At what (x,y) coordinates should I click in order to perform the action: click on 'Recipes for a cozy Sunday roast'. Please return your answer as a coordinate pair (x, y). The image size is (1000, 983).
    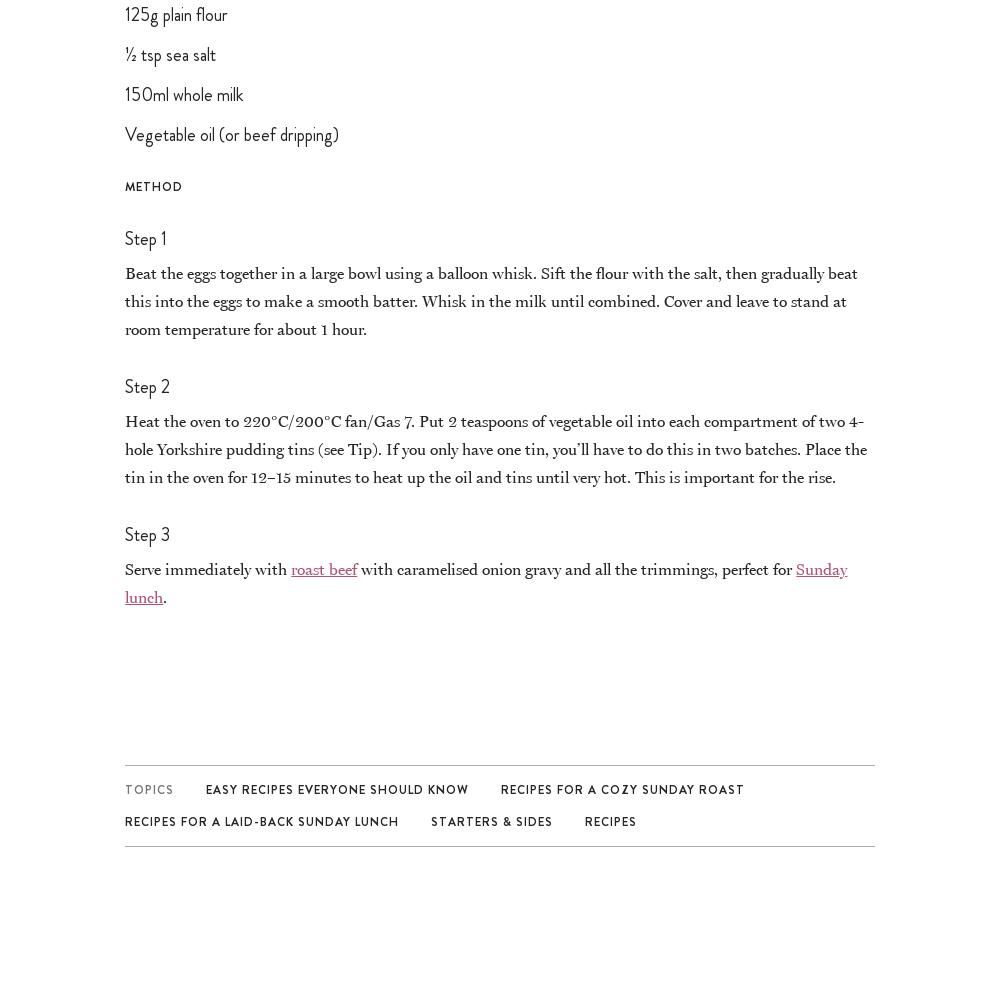
    Looking at the image, I should click on (622, 787).